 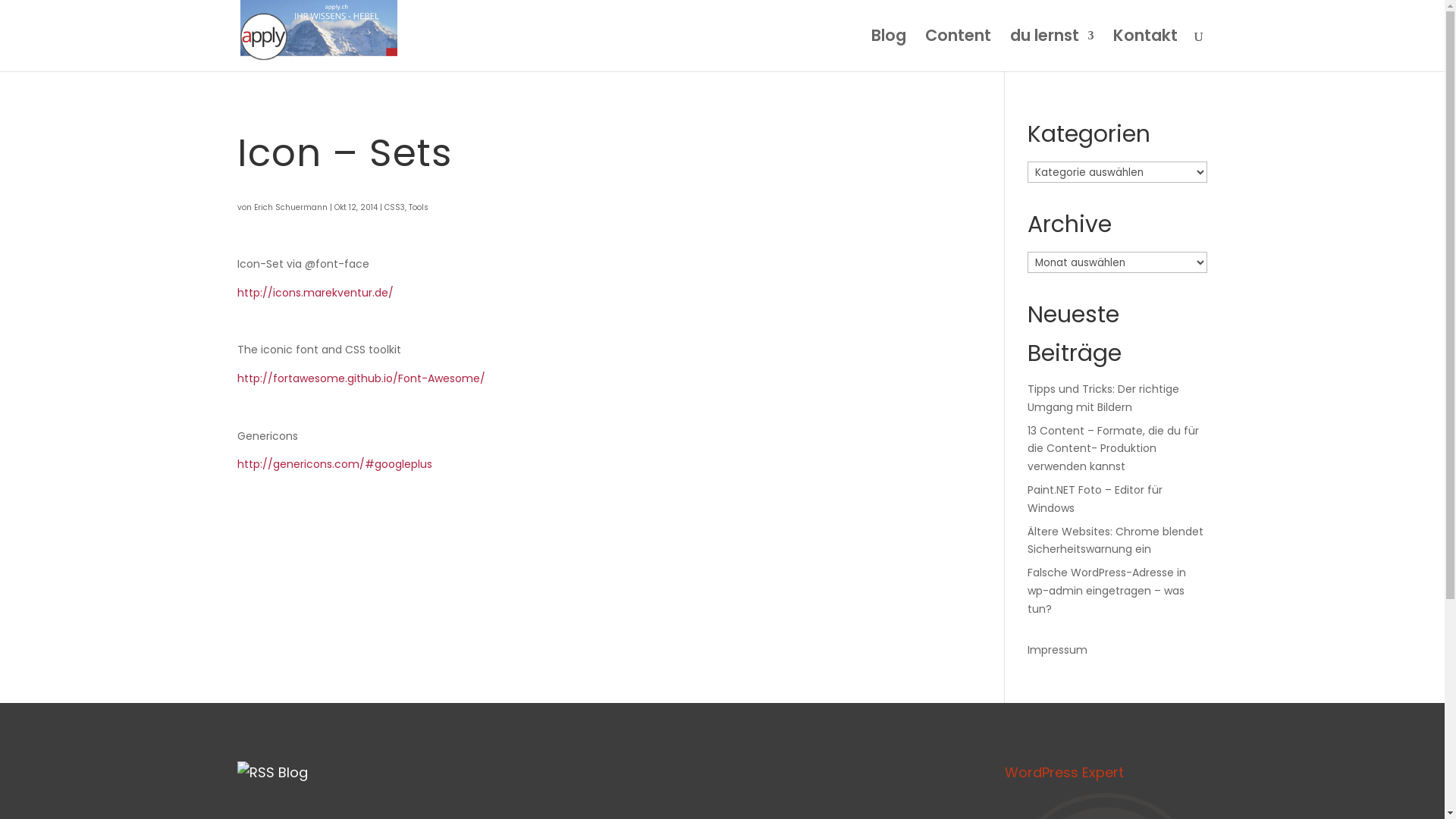 I want to click on 'CSS3', so click(x=383, y=207).